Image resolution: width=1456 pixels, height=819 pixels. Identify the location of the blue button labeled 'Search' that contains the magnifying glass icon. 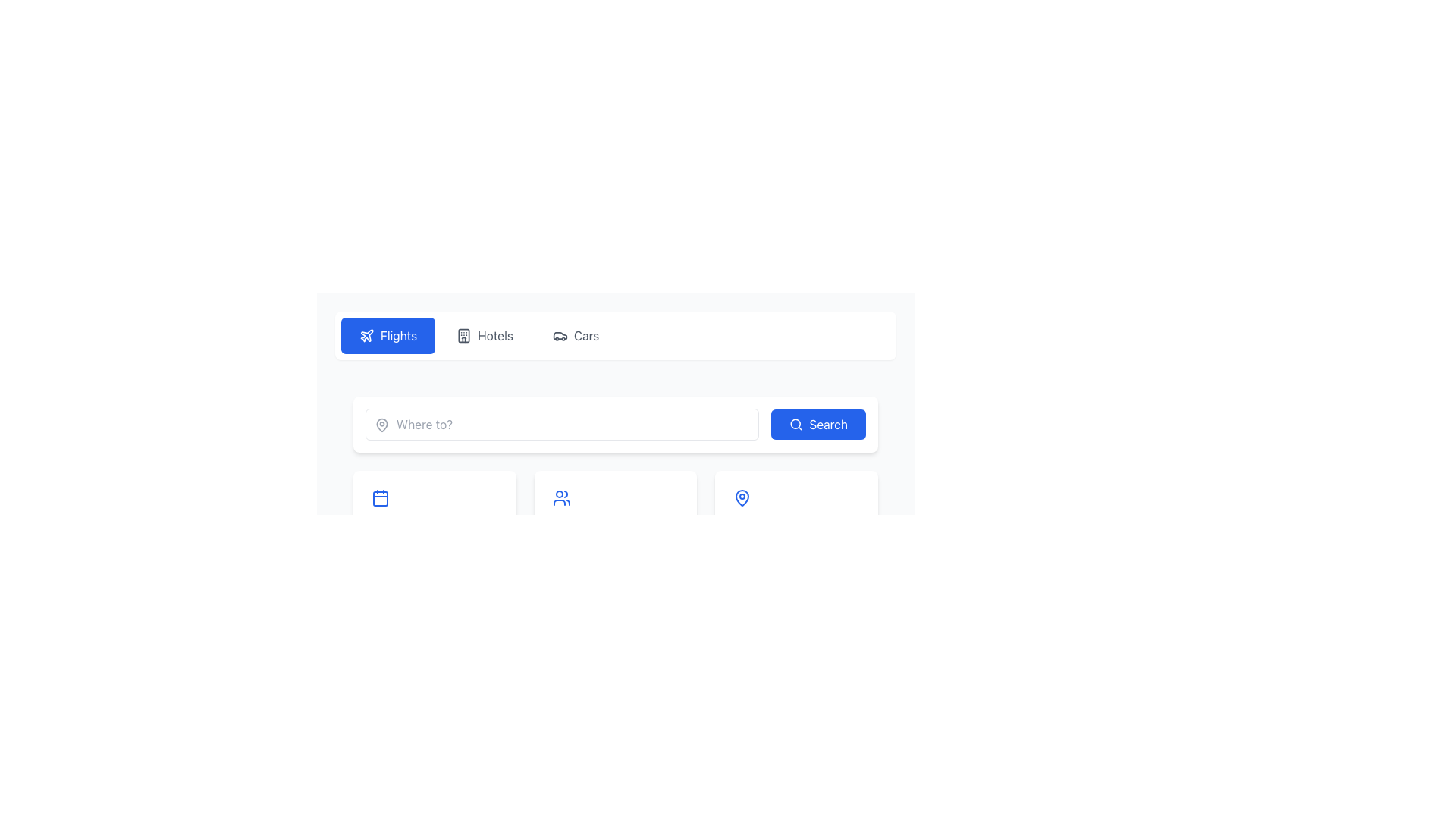
(795, 424).